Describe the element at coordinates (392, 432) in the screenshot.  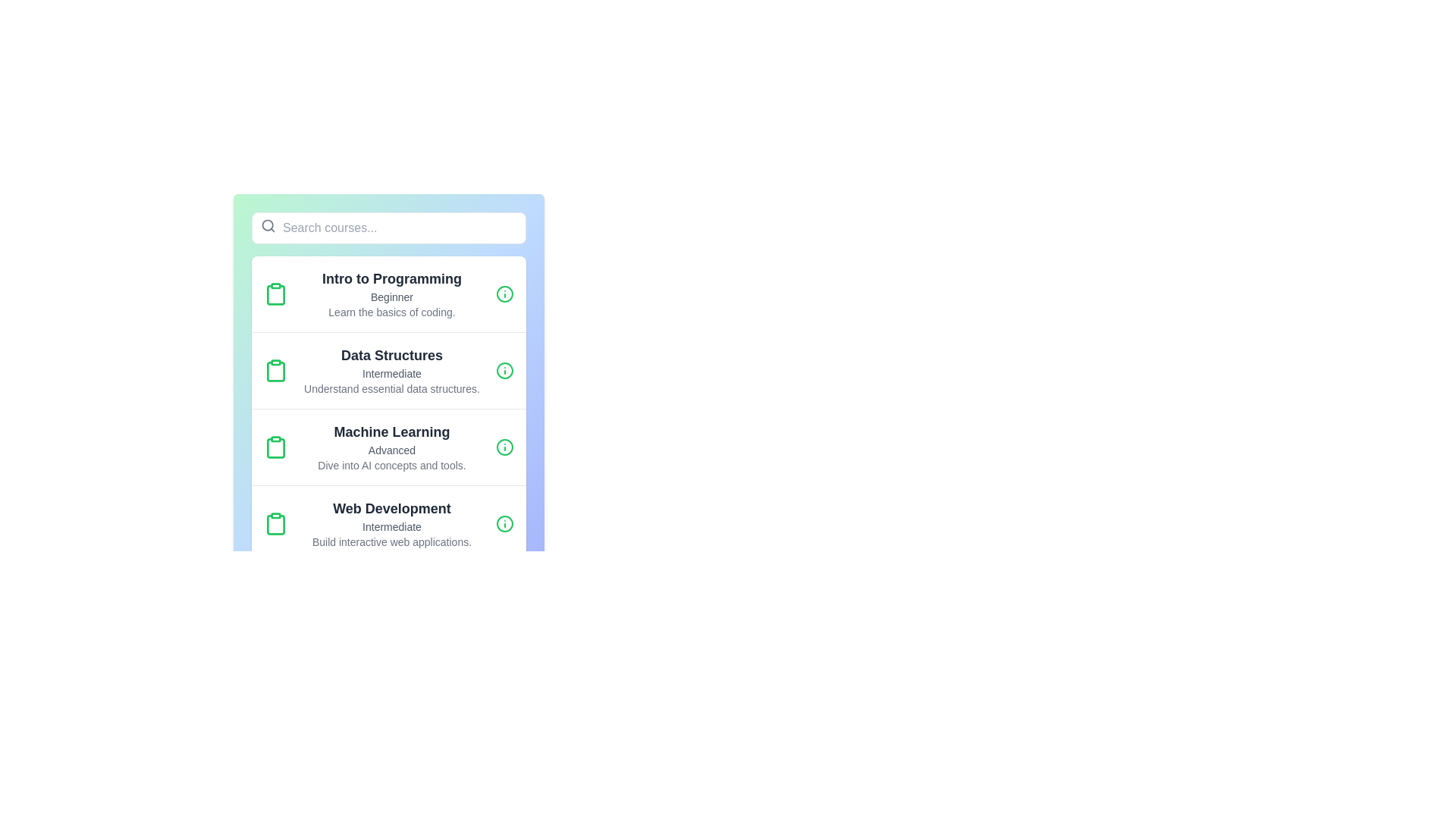
I see `the 'Machine Learning' text block, styled` at that location.